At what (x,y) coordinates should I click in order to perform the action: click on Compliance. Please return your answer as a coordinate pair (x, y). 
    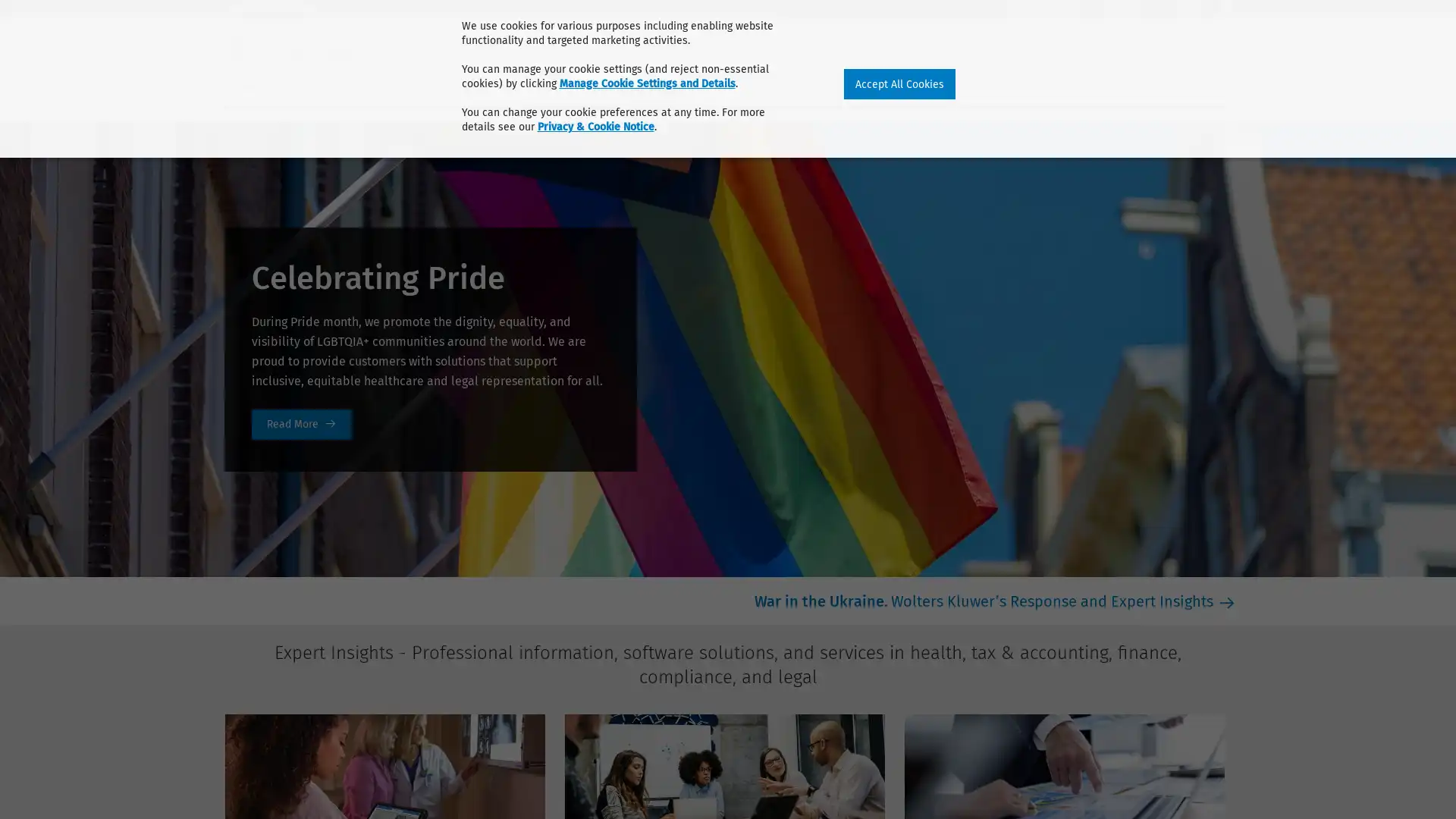
    Looking at the image, I should click on (575, 85).